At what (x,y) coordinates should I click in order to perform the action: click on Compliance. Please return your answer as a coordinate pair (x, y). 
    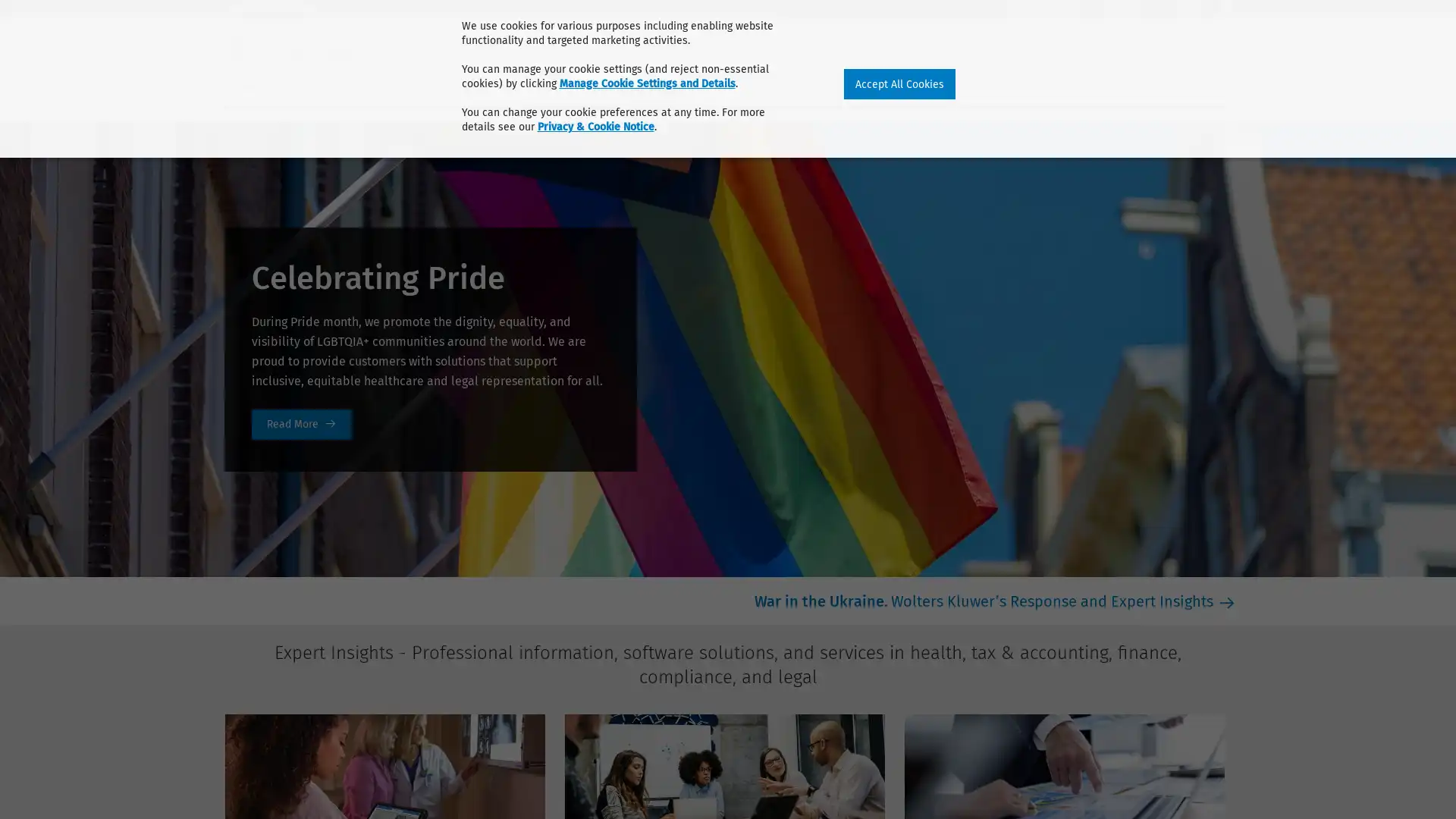
    Looking at the image, I should click on (575, 85).